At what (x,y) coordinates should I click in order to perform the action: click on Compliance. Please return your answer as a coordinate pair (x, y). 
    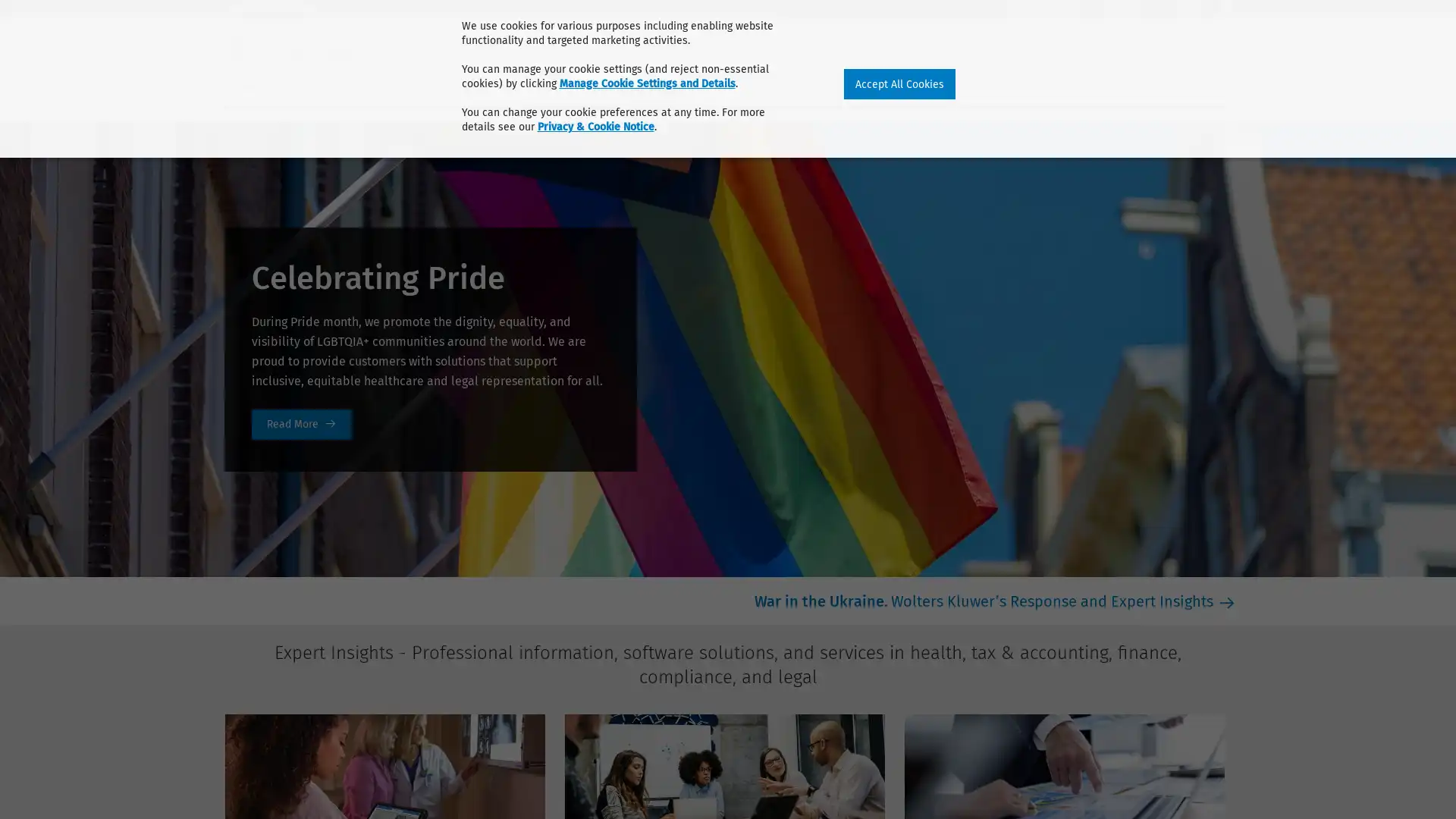
    Looking at the image, I should click on (575, 85).